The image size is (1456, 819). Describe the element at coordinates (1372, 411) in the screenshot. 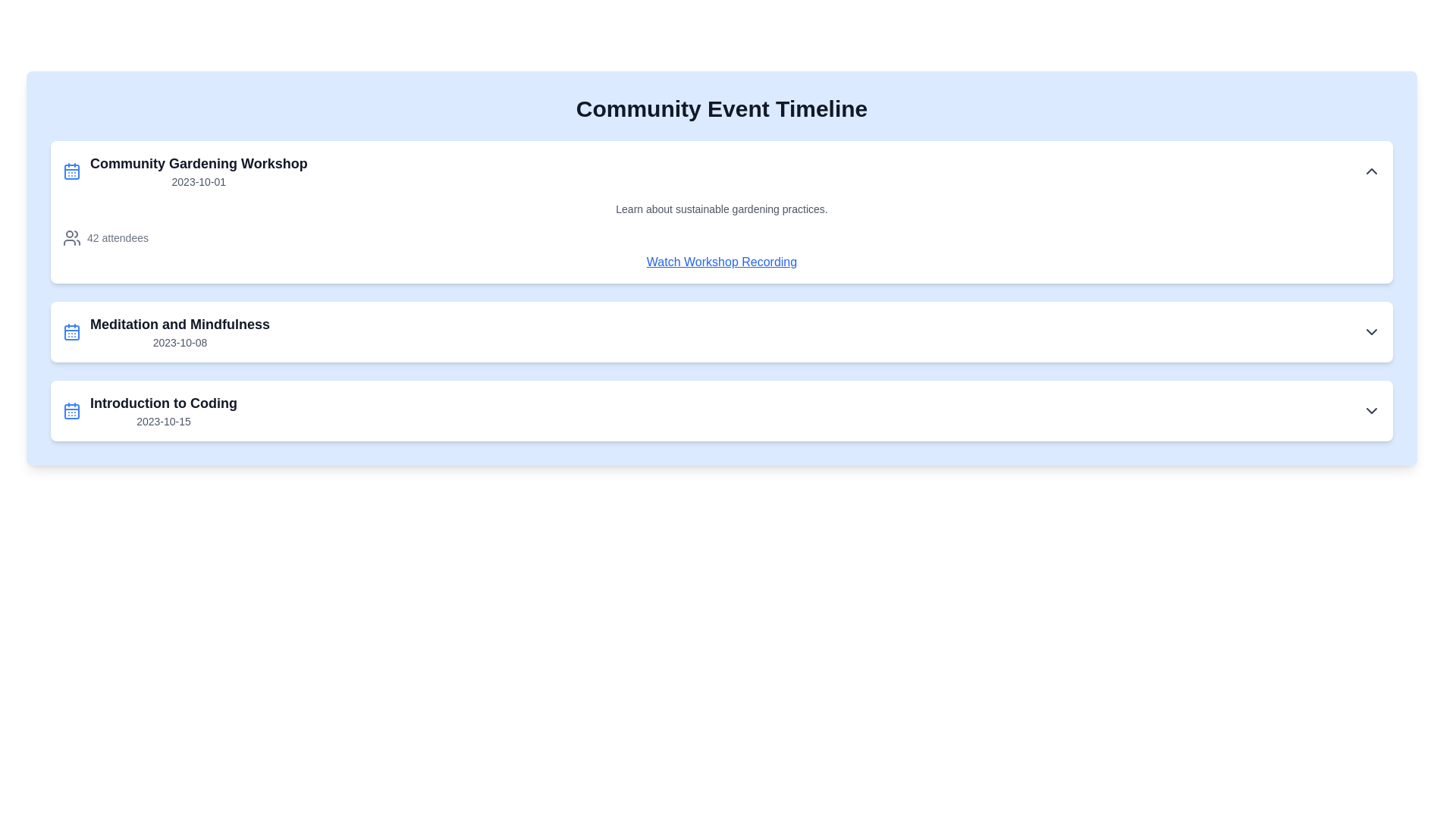

I see `the chevron icon located to the far right of the 'Introduction to Coding 2023-10-15' text` at that location.